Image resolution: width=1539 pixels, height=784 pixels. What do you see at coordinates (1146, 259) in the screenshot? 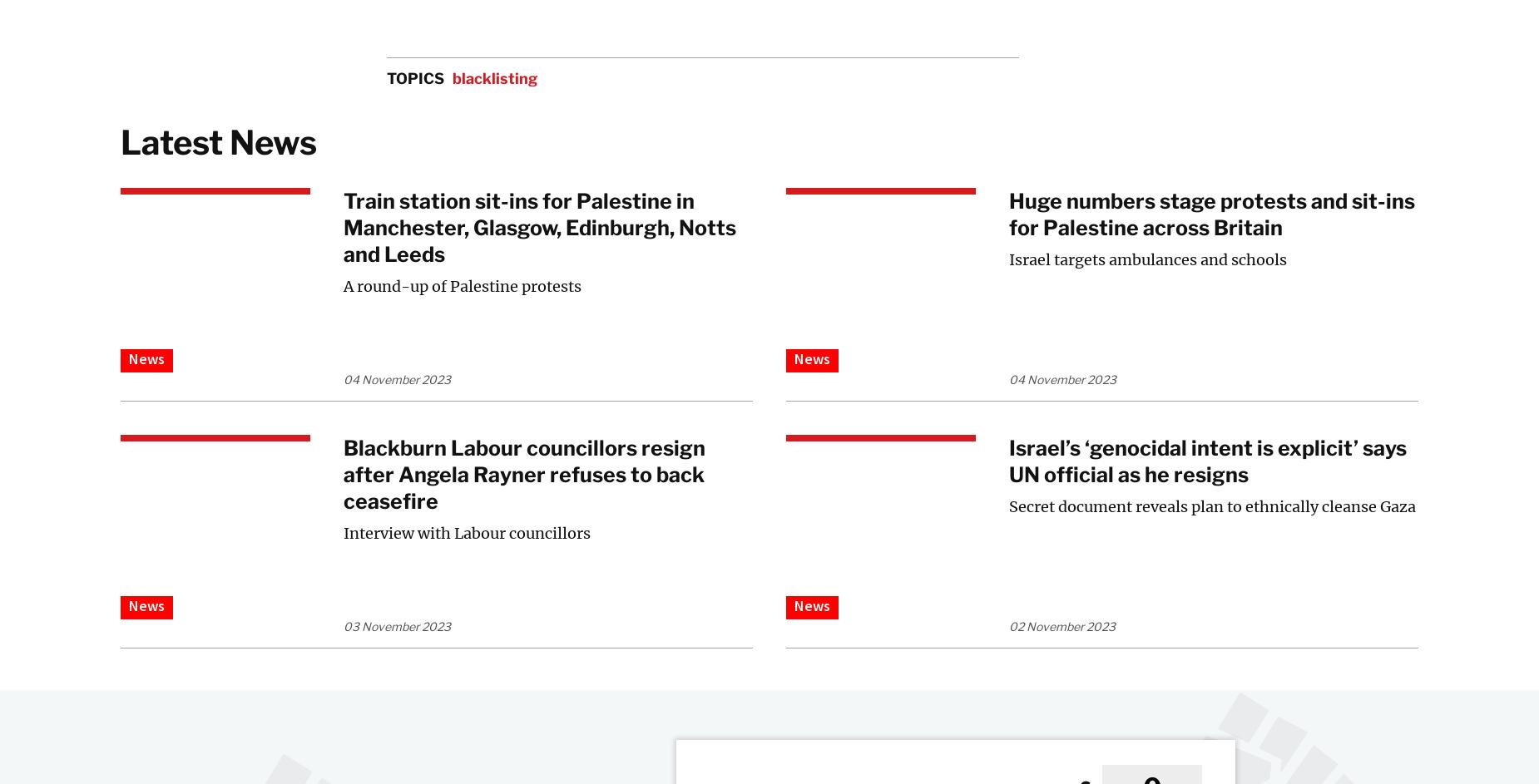
I see `'Israel targets ambulances and schools'` at bounding box center [1146, 259].